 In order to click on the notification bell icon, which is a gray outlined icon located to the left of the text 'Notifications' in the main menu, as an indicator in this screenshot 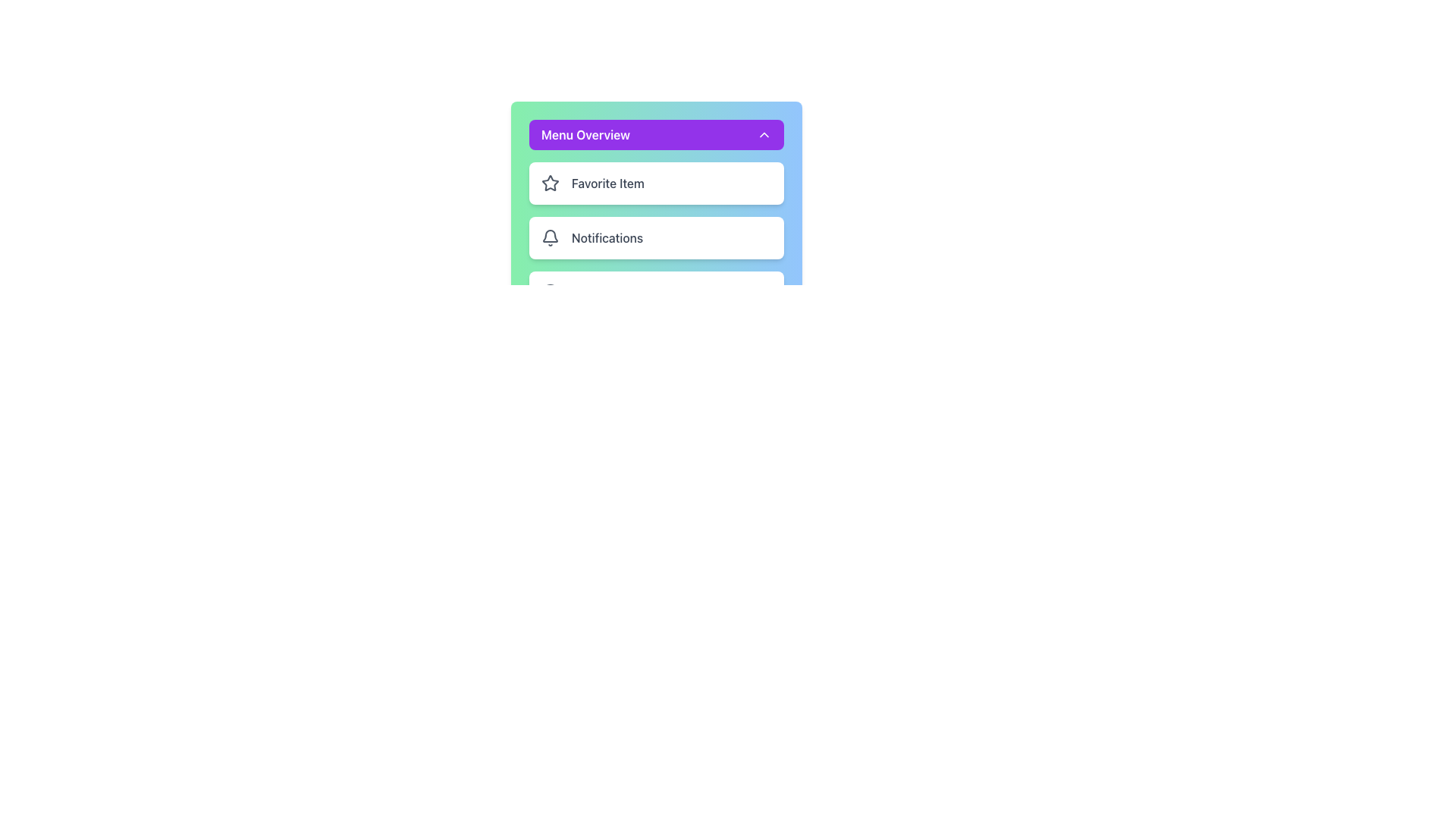, I will do `click(549, 237)`.